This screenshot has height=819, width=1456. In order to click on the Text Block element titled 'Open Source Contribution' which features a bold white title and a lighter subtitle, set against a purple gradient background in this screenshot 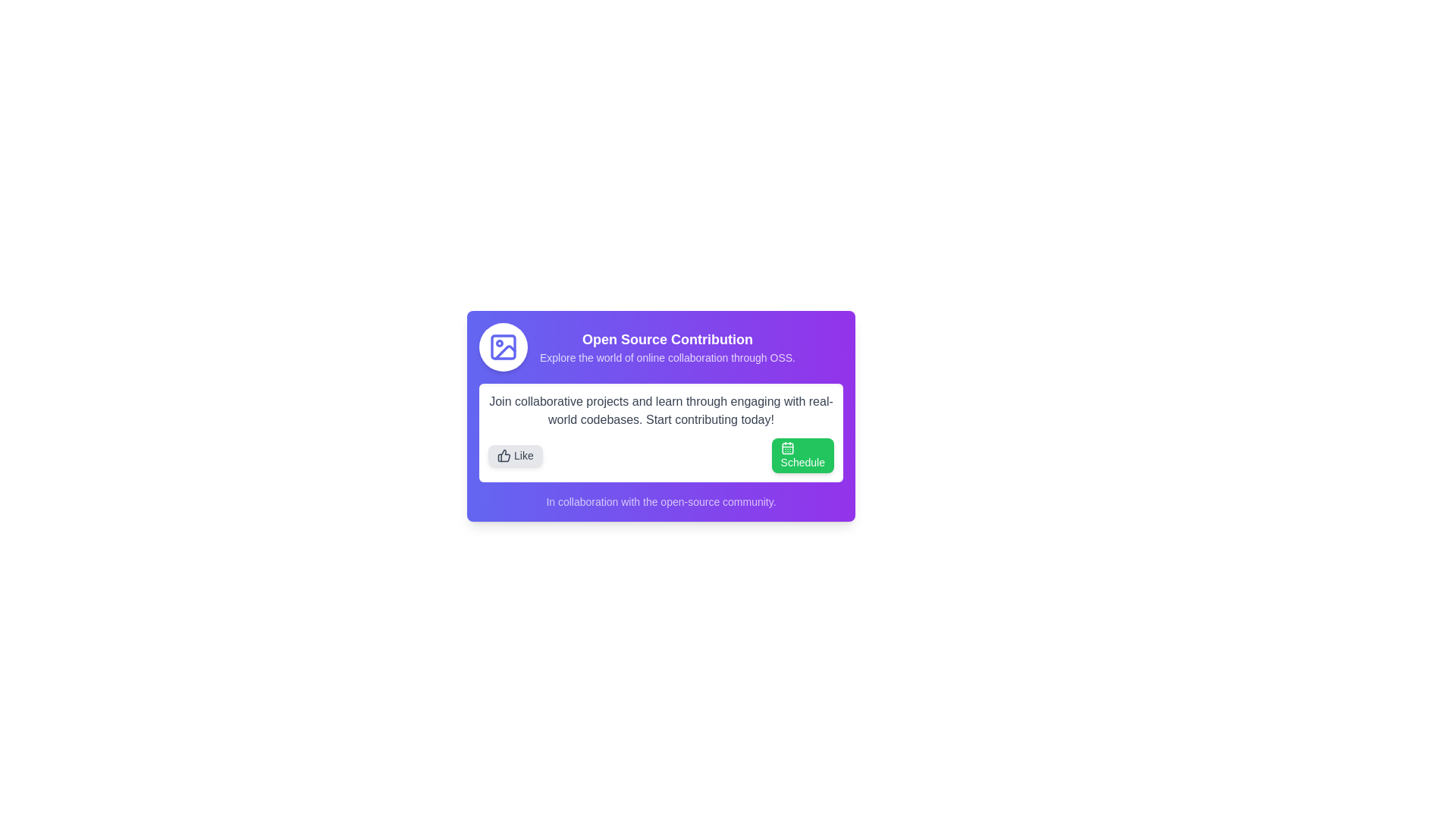, I will do `click(667, 347)`.